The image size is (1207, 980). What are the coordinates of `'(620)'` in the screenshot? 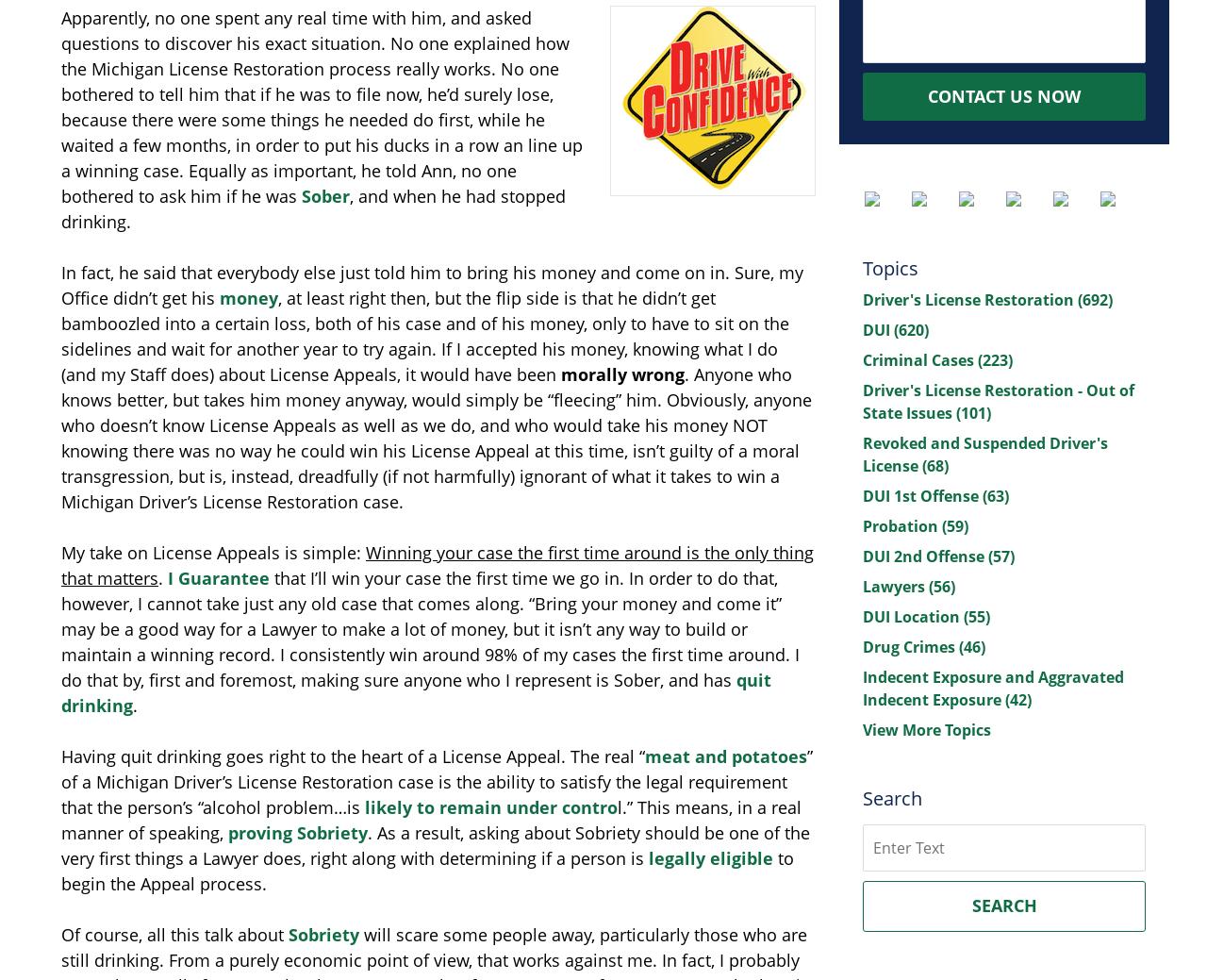 It's located at (892, 329).